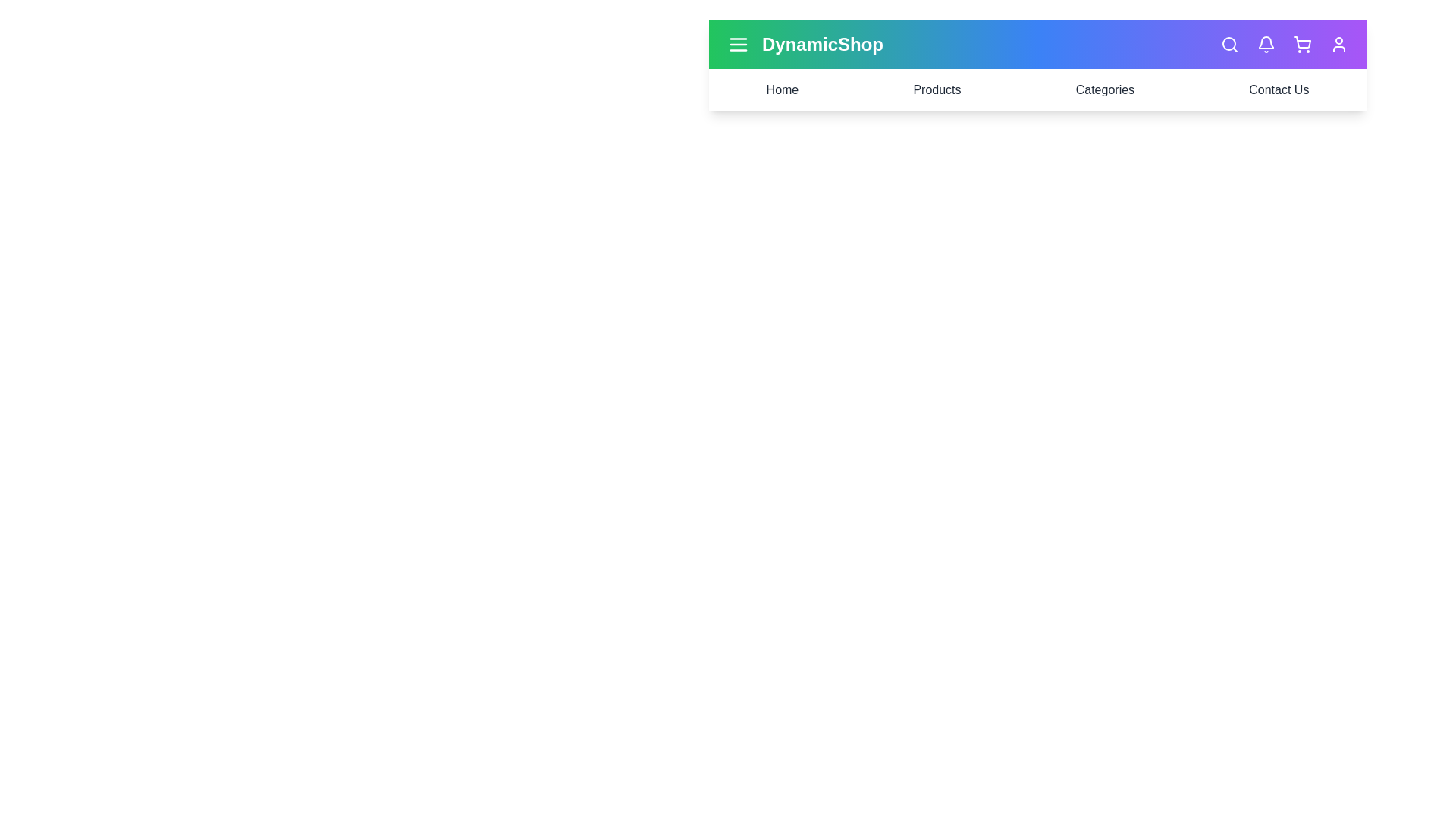  I want to click on the shopping cart icon, so click(1302, 43).